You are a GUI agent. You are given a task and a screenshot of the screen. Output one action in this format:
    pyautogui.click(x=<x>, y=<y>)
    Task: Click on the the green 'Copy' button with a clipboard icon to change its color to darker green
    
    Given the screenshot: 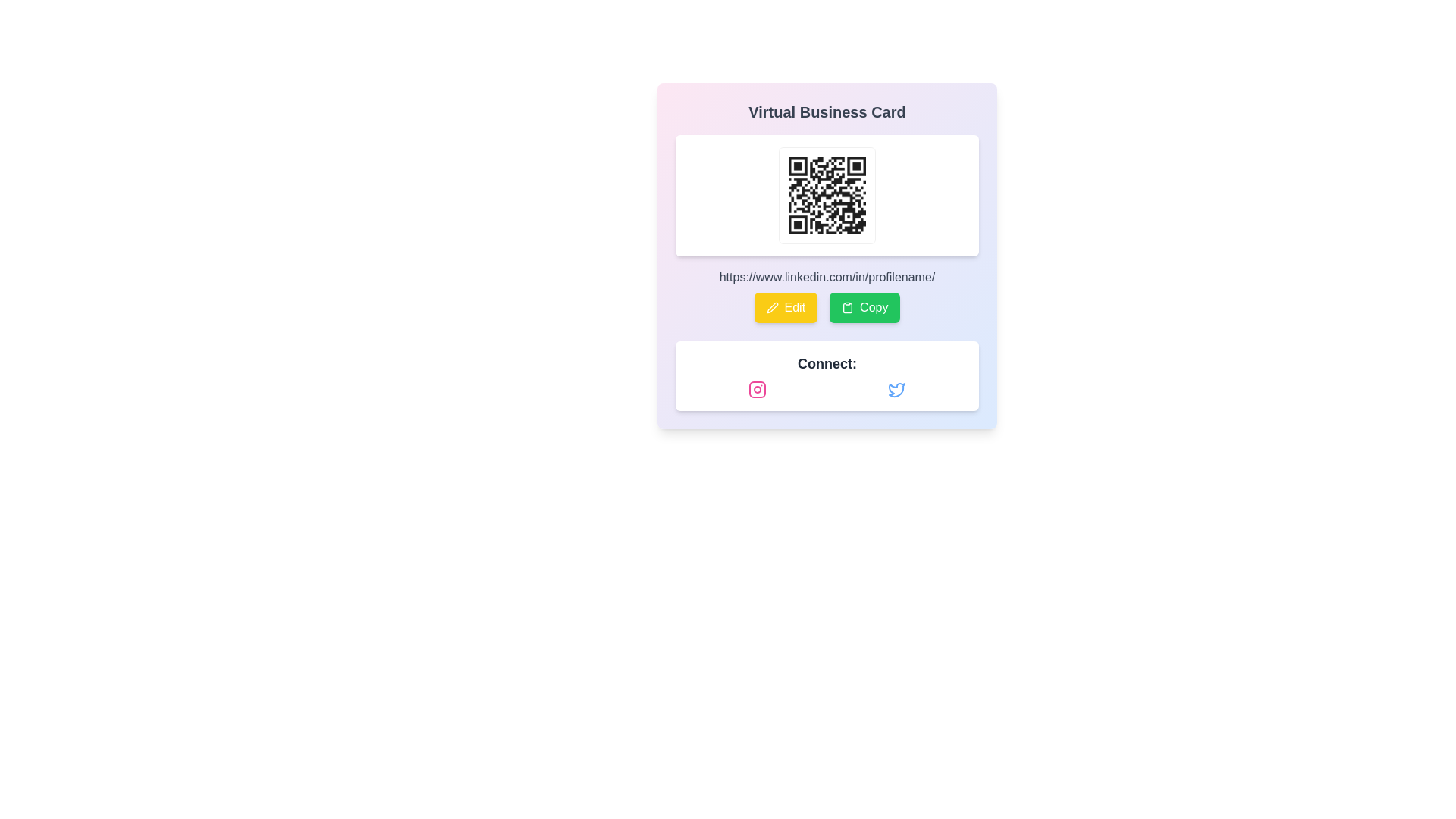 What is the action you would take?
    pyautogui.click(x=864, y=307)
    